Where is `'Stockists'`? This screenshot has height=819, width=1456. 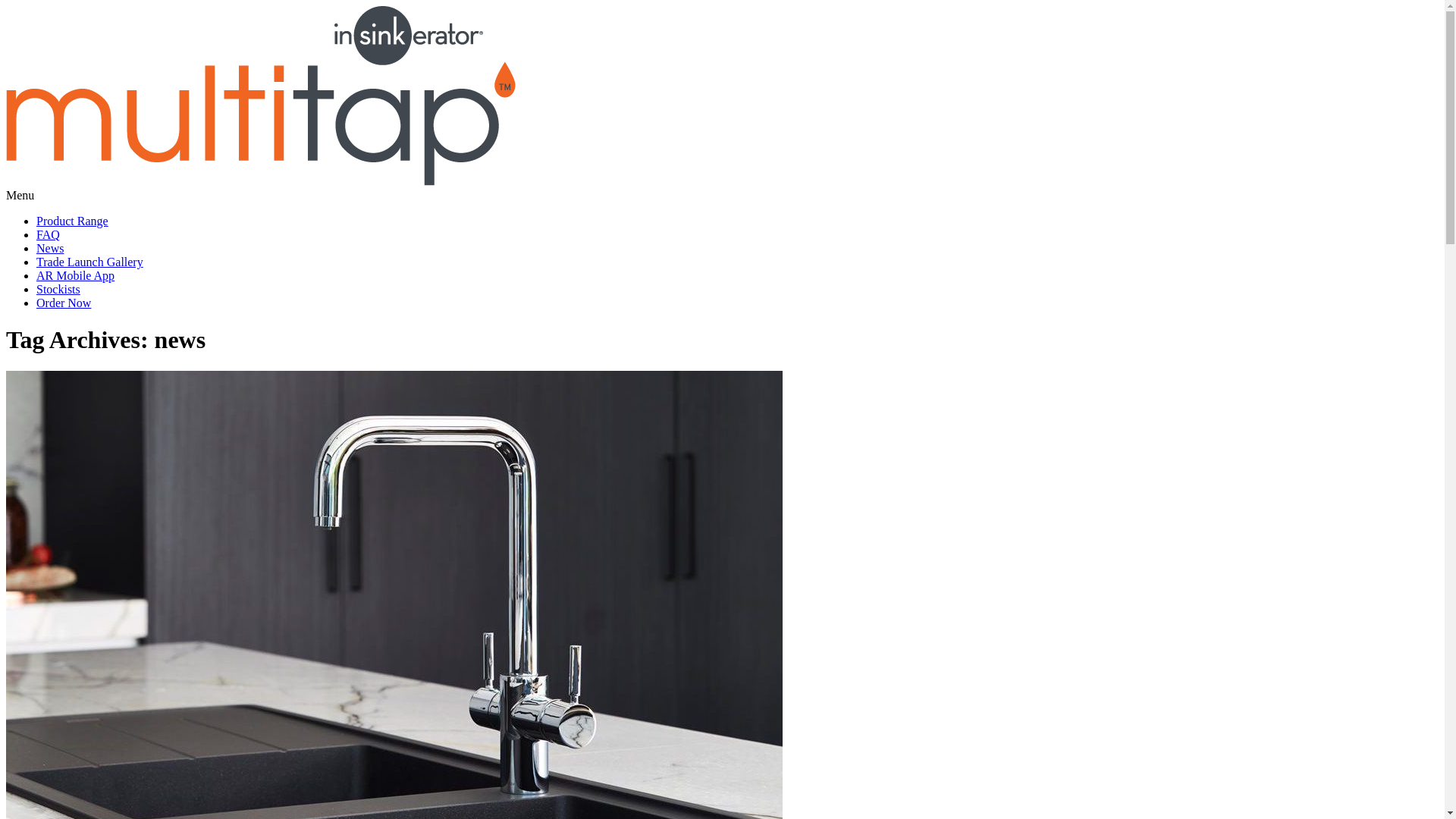
'Stockists' is located at coordinates (36, 289).